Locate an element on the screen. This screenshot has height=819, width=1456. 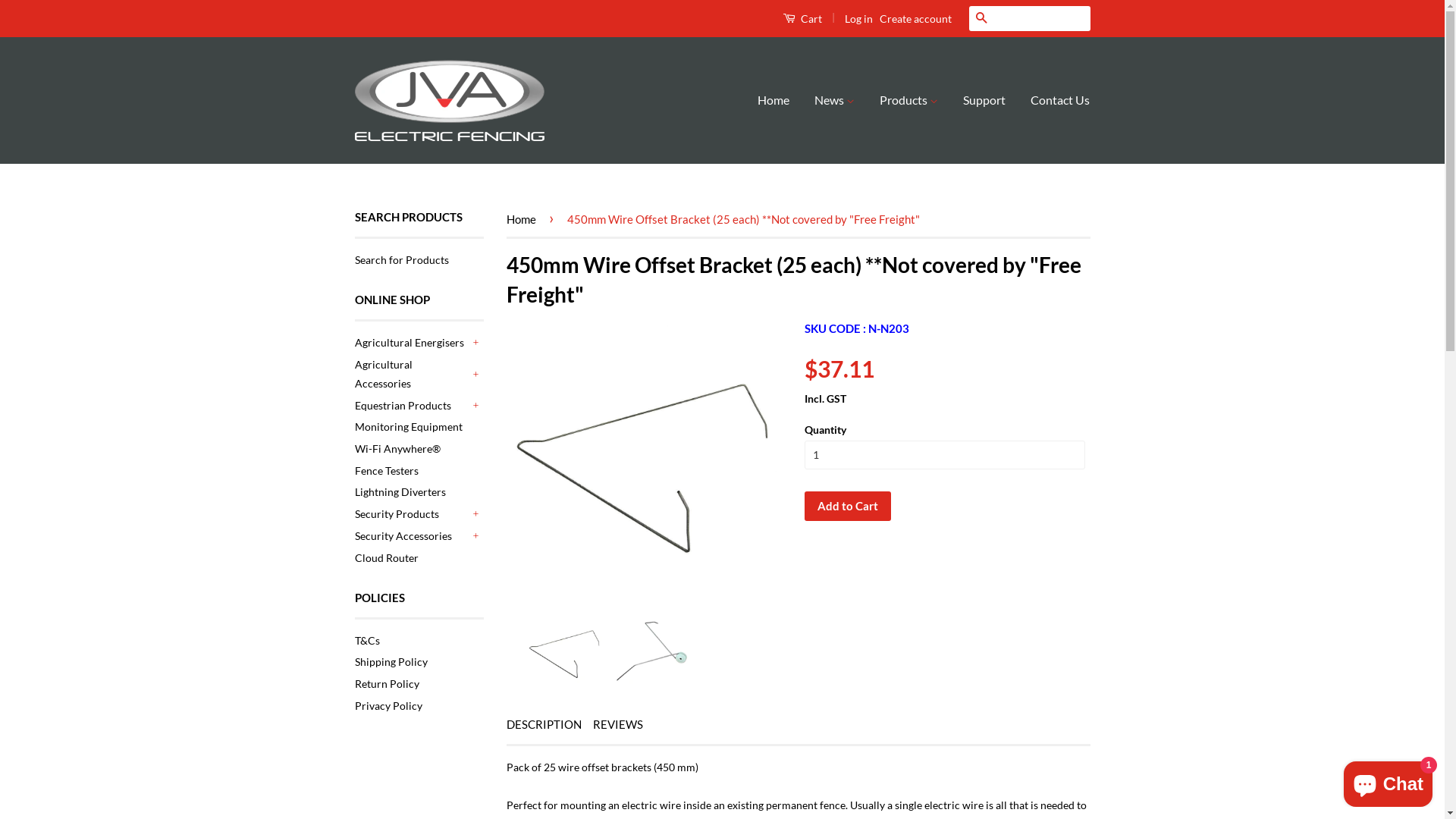
'Monitoring Equipment' is located at coordinates (353, 426).